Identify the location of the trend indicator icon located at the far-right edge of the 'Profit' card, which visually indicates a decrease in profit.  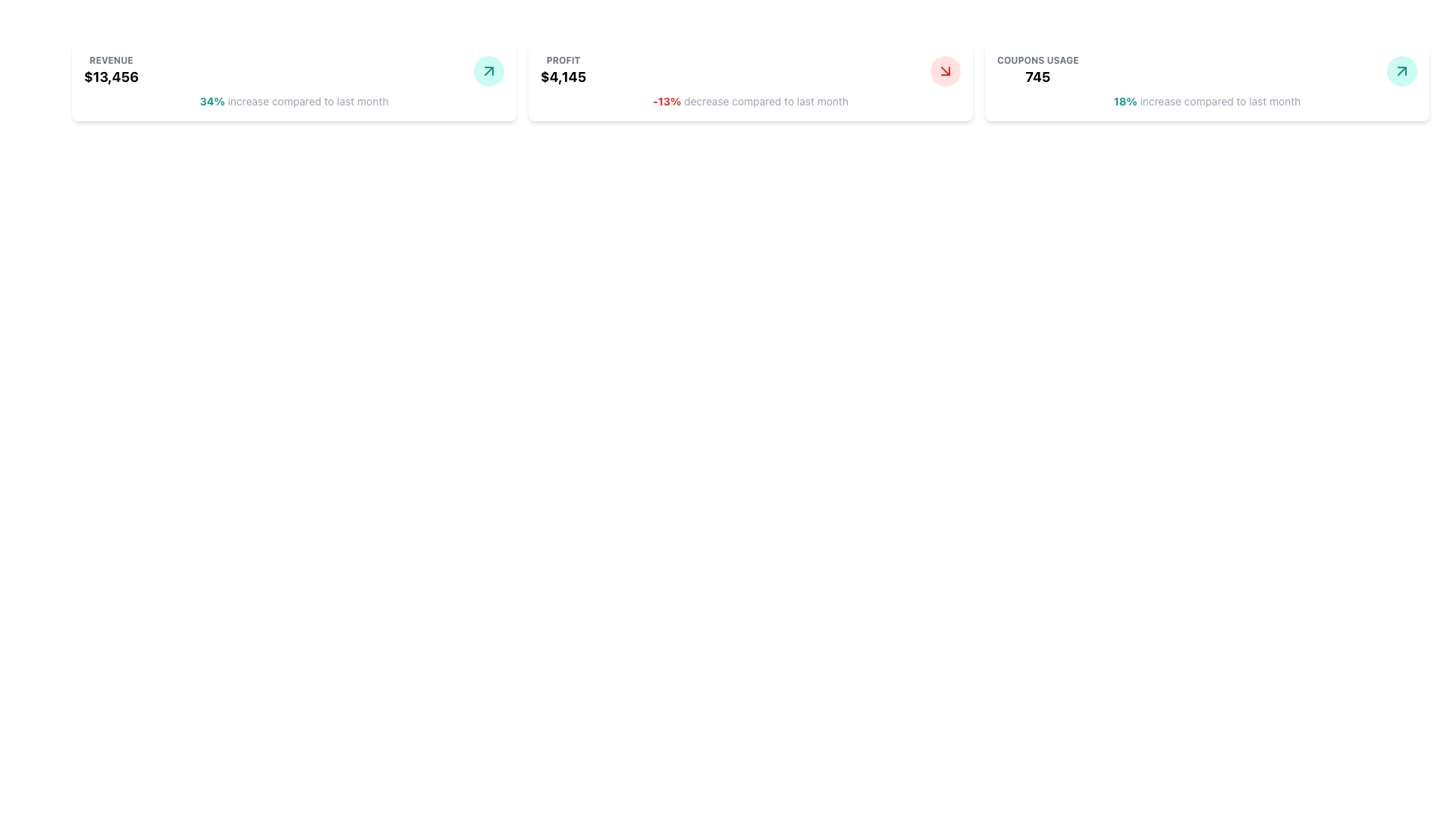
(945, 71).